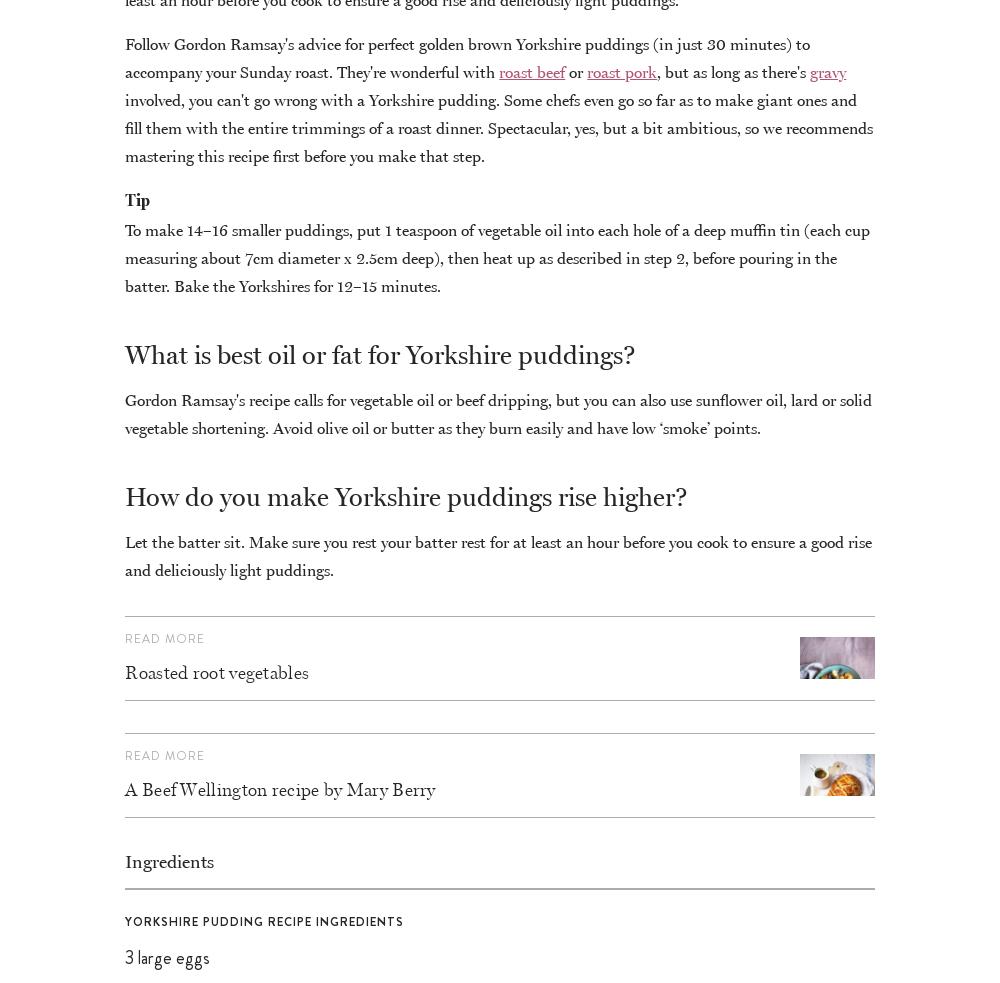  Describe the element at coordinates (497, 411) in the screenshot. I see `'Gordon Ramsay's recipe calls for vegetable oil or beef dripping, but you can also use sunflower oil, lard or solid vegetable shortening. Avoid olive oil or butter as they burn easily and have low ‘smoke’ points.'` at that location.